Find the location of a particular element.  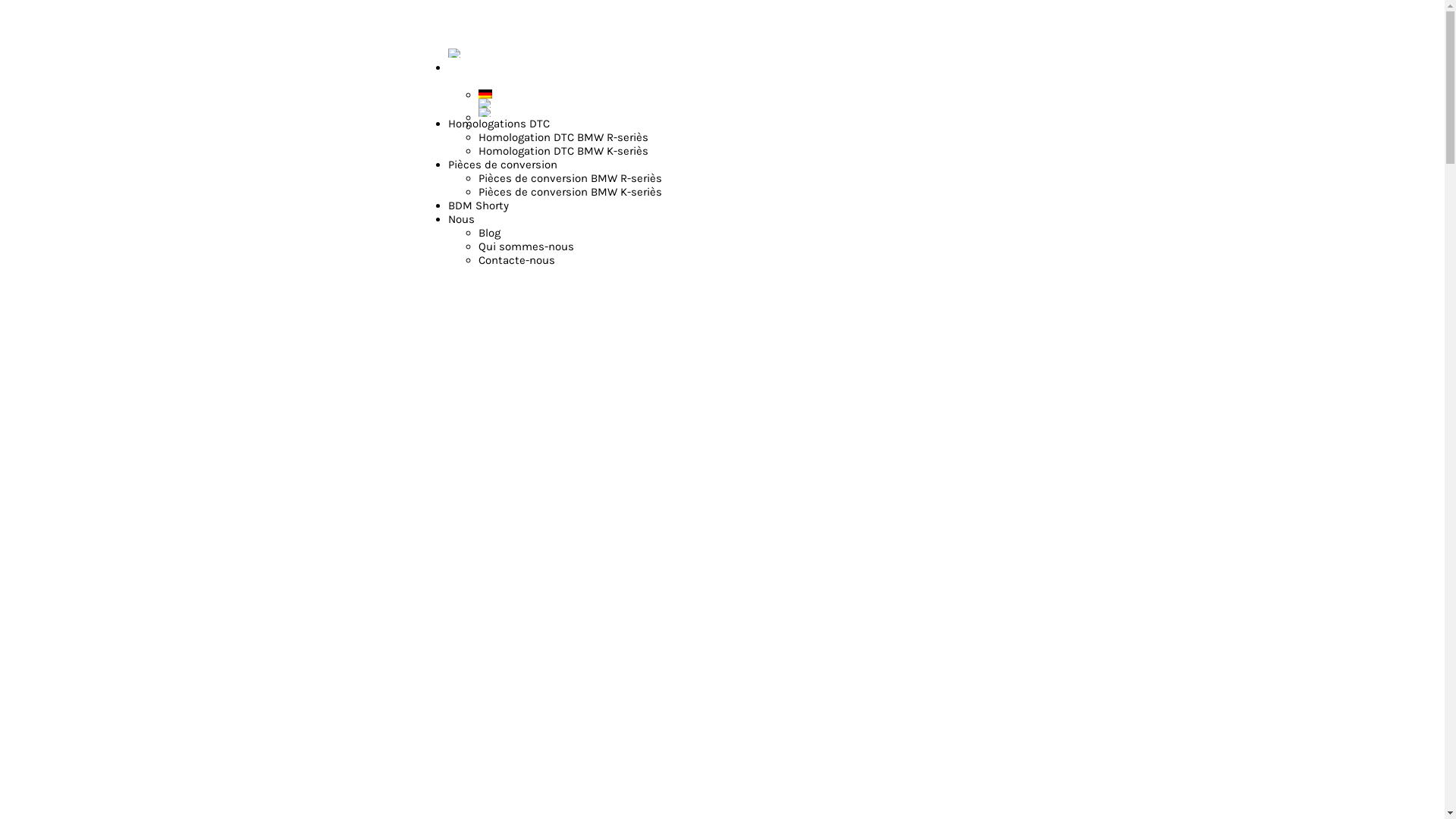

'Nous' is located at coordinates (447, 219).